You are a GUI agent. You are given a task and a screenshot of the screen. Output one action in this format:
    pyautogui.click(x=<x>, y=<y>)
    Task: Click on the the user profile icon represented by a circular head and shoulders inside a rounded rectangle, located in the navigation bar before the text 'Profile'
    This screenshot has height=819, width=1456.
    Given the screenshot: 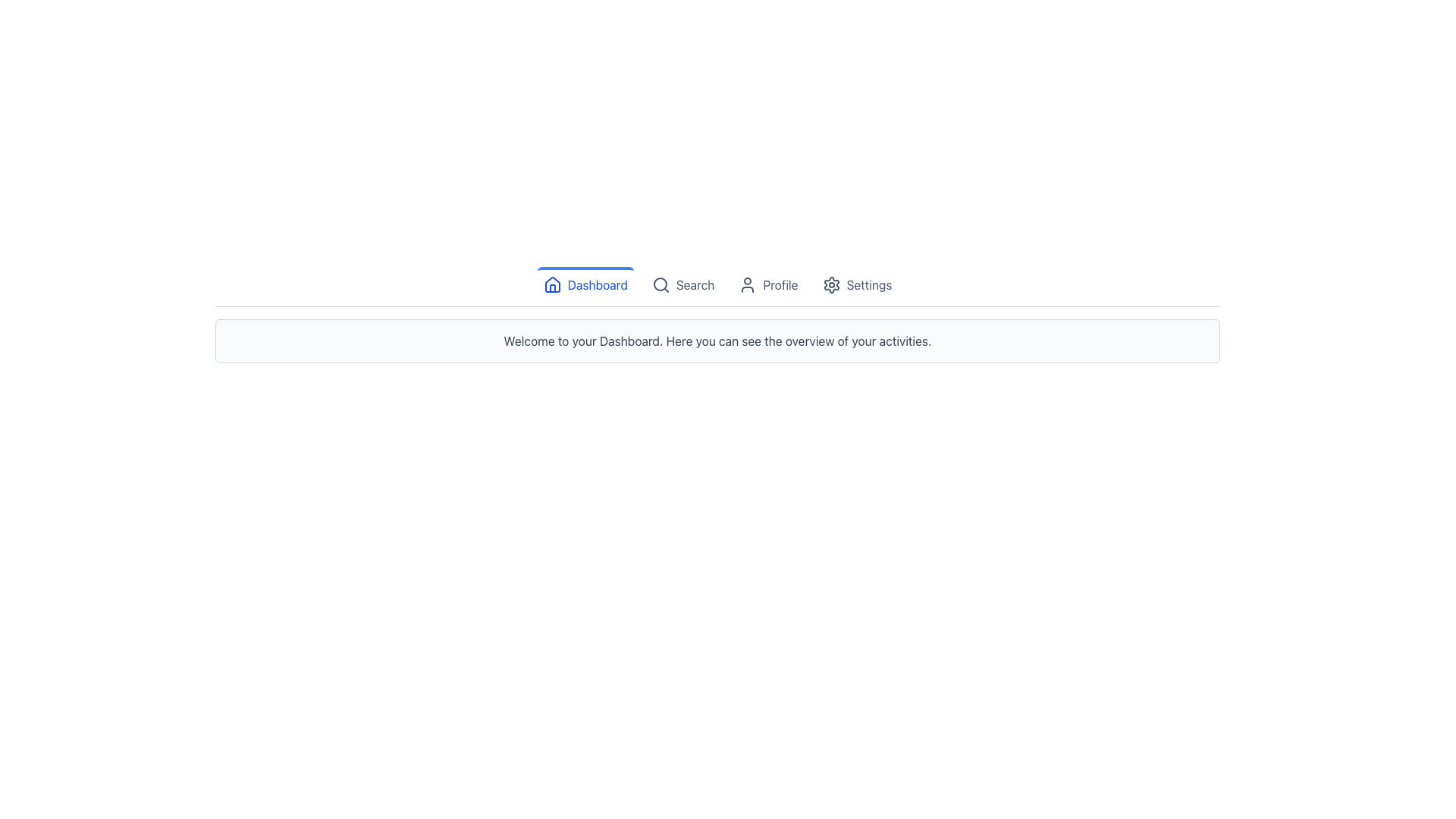 What is the action you would take?
    pyautogui.click(x=748, y=284)
    